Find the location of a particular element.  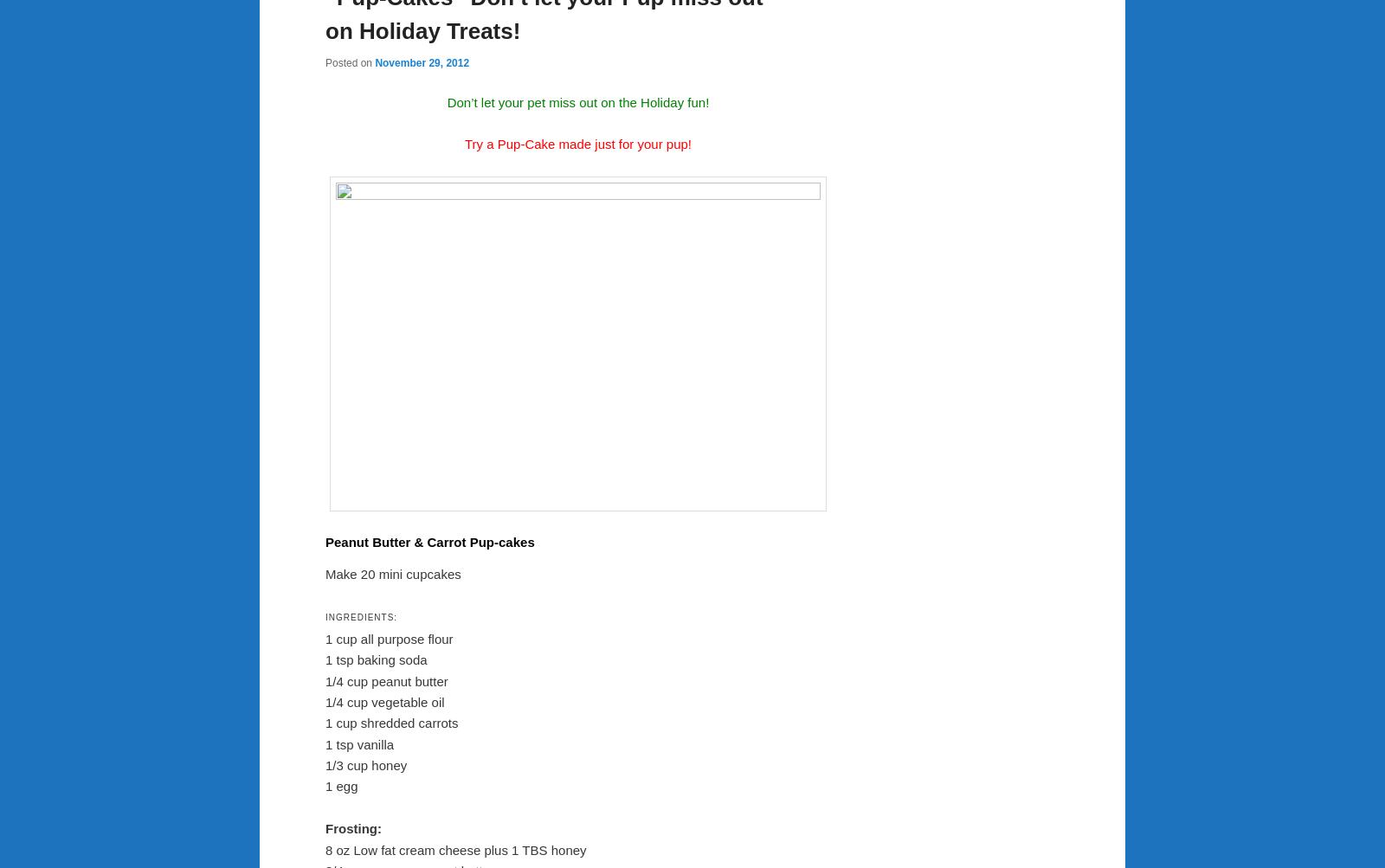

'1 egg' is located at coordinates (341, 785).